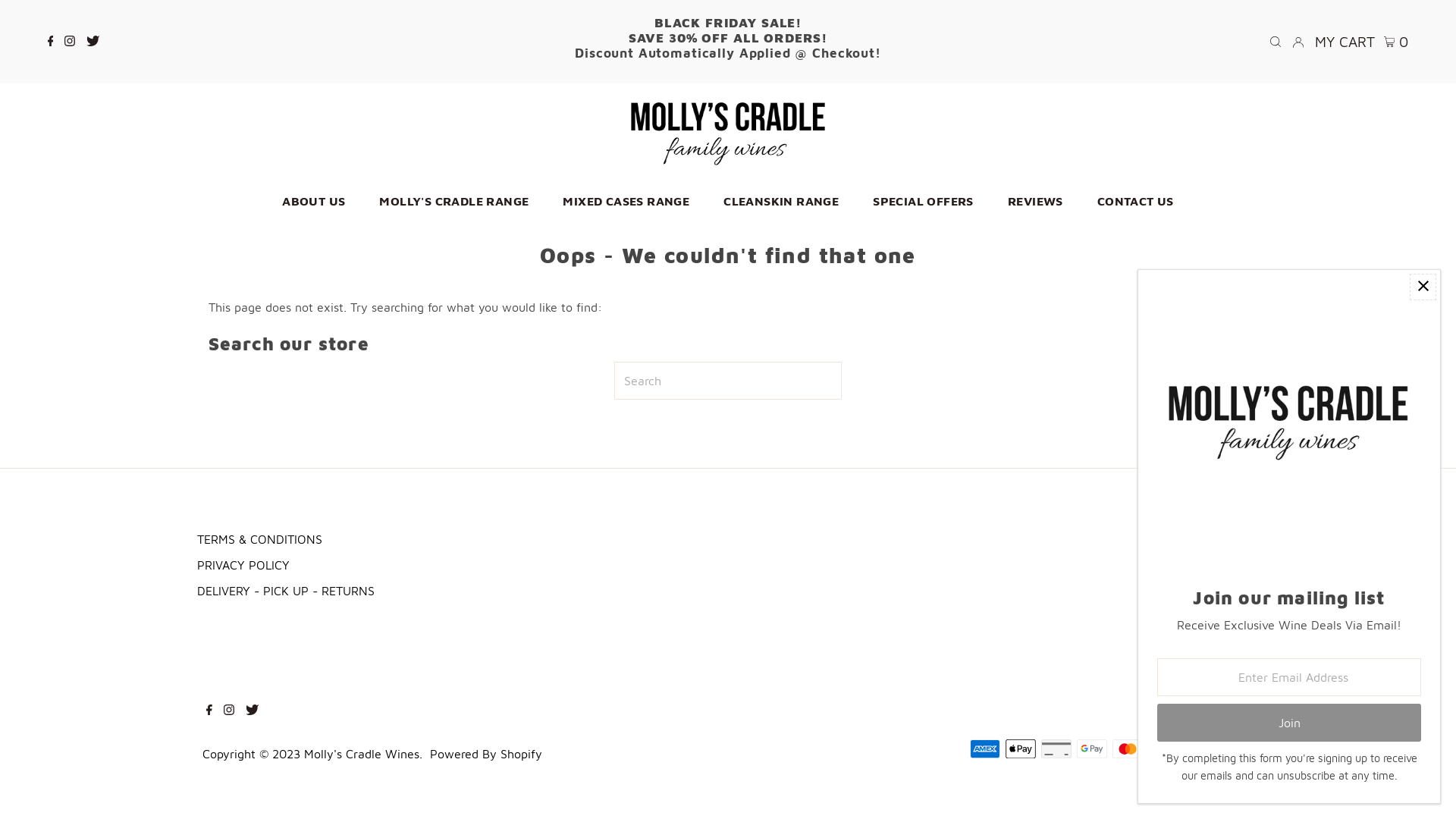 This screenshot has height=819, width=1456. Describe the element at coordinates (364, 200) in the screenshot. I see `'MOLLY'S CRADLE RANGE'` at that location.